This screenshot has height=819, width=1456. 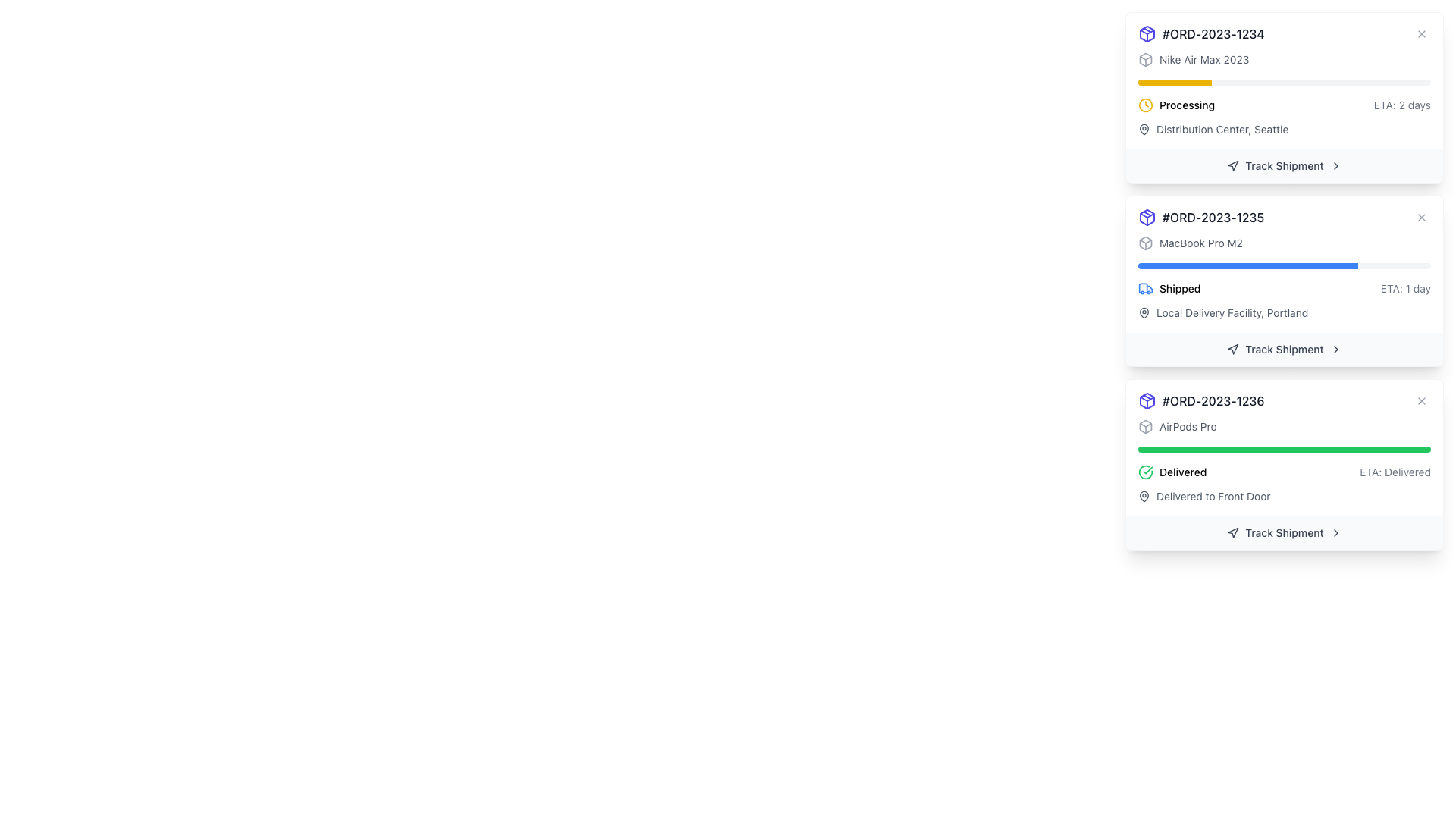 What do you see at coordinates (1232, 312) in the screenshot?
I see `the text element displaying 'Local Delivery Facility, Portland', which is located beneath the 'Shipped' status indicator and to the right of a pin-shaped icon` at bounding box center [1232, 312].